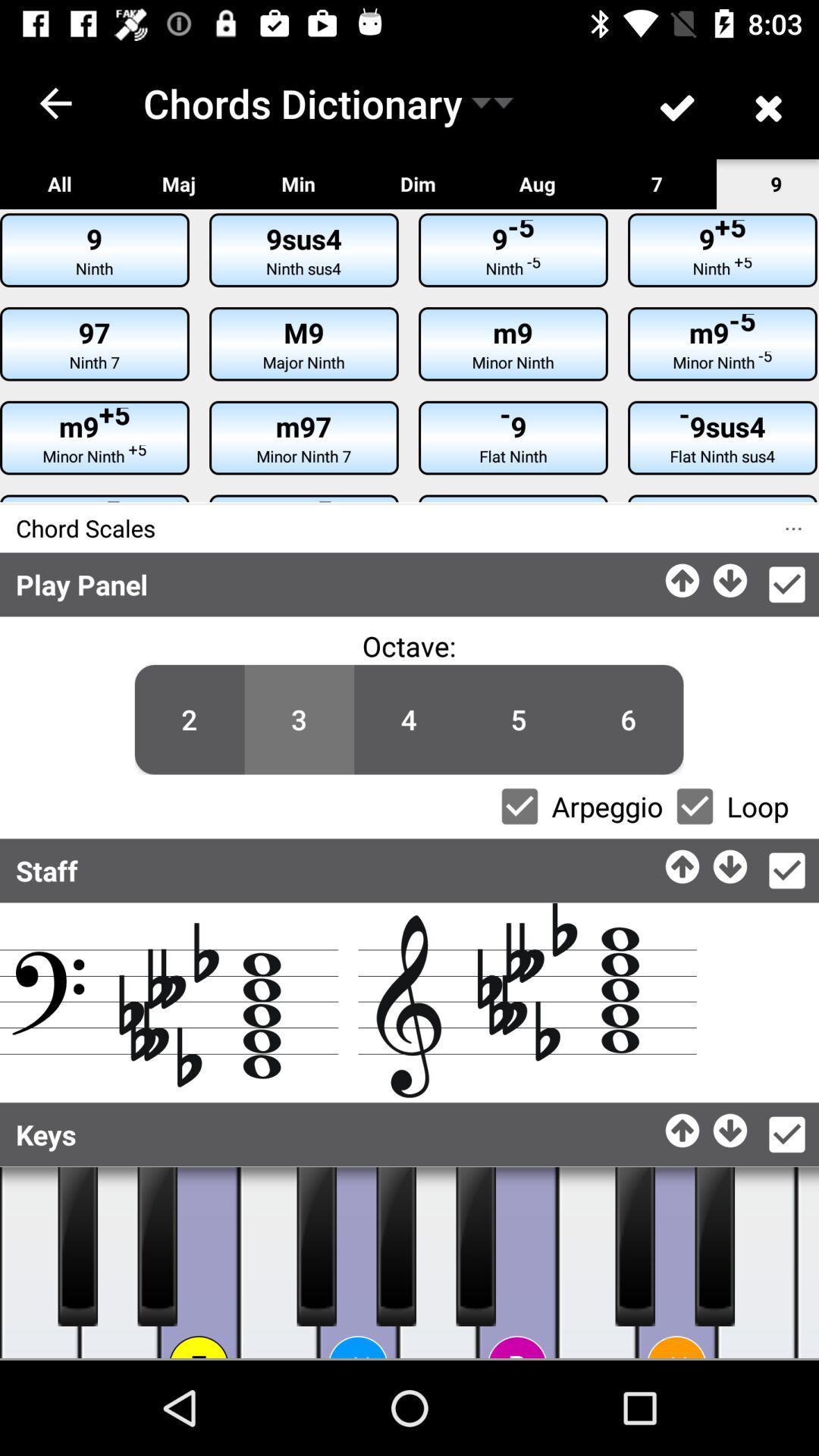  What do you see at coordinates (438, 1263) in the screenshot?
I see `keybord` at bounding box center [438, 1263].